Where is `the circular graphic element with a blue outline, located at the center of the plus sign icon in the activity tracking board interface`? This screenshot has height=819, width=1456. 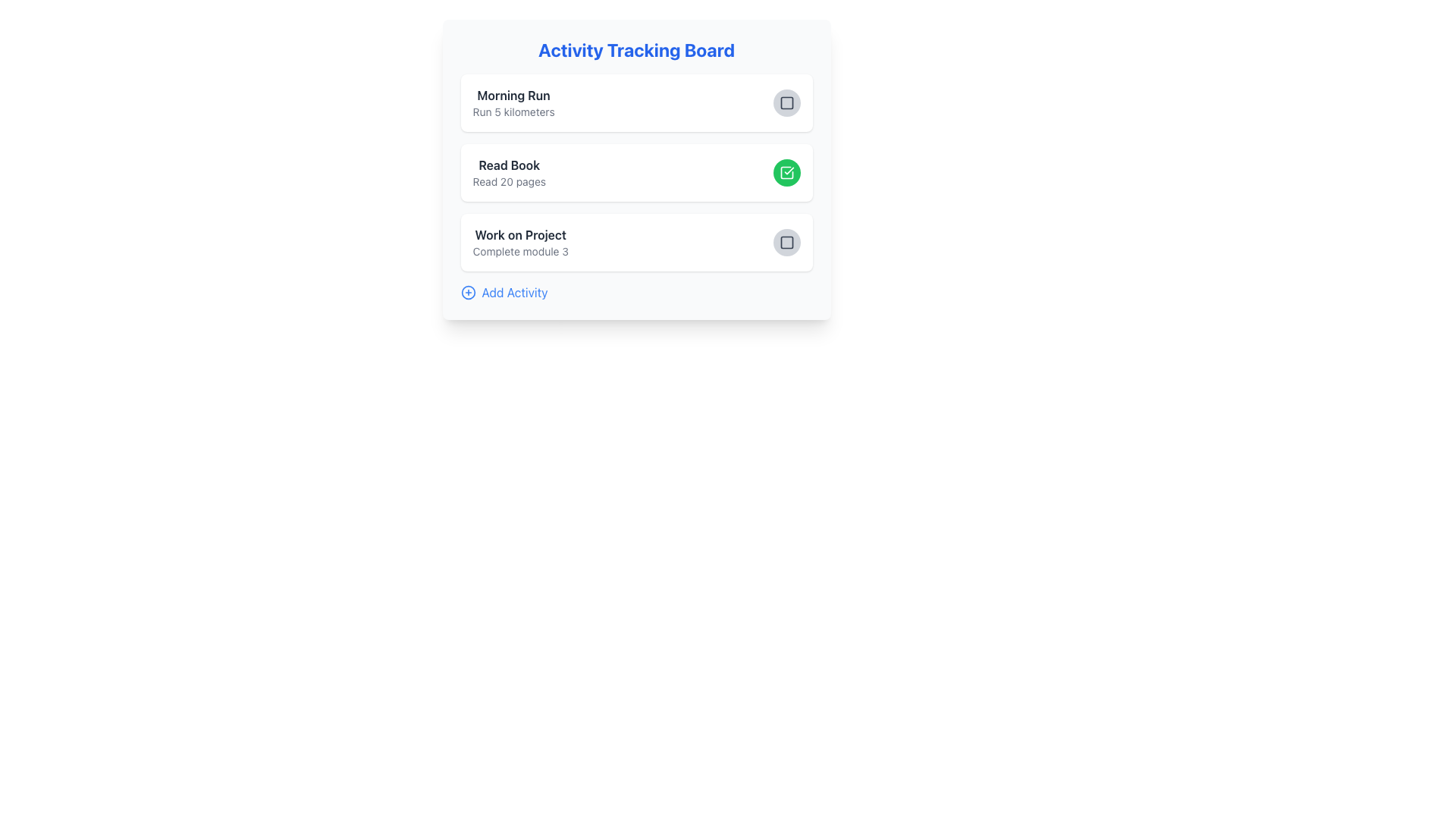 the circular graphic element with a blue outline, located at the center of the plus sign icon in the activity tracking board interface is located at coordinates (467, 292).